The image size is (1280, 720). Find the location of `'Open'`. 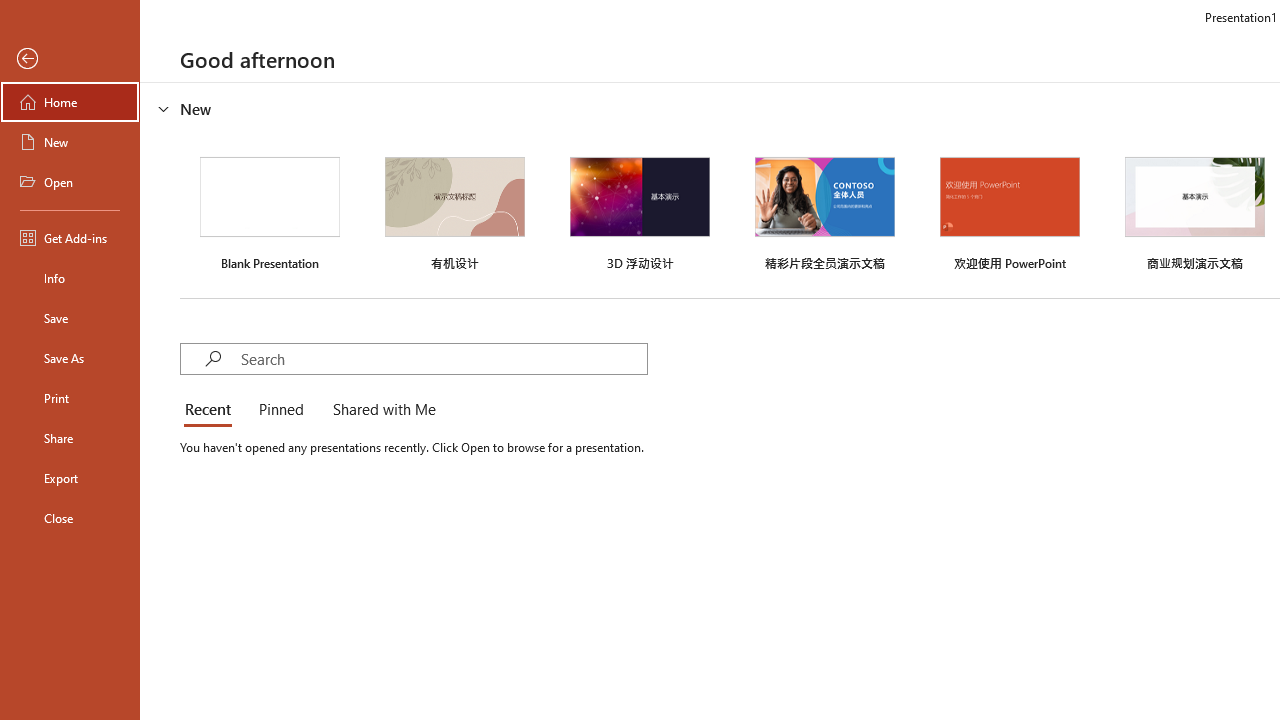

'Open' is located at coordinates (69, 182).